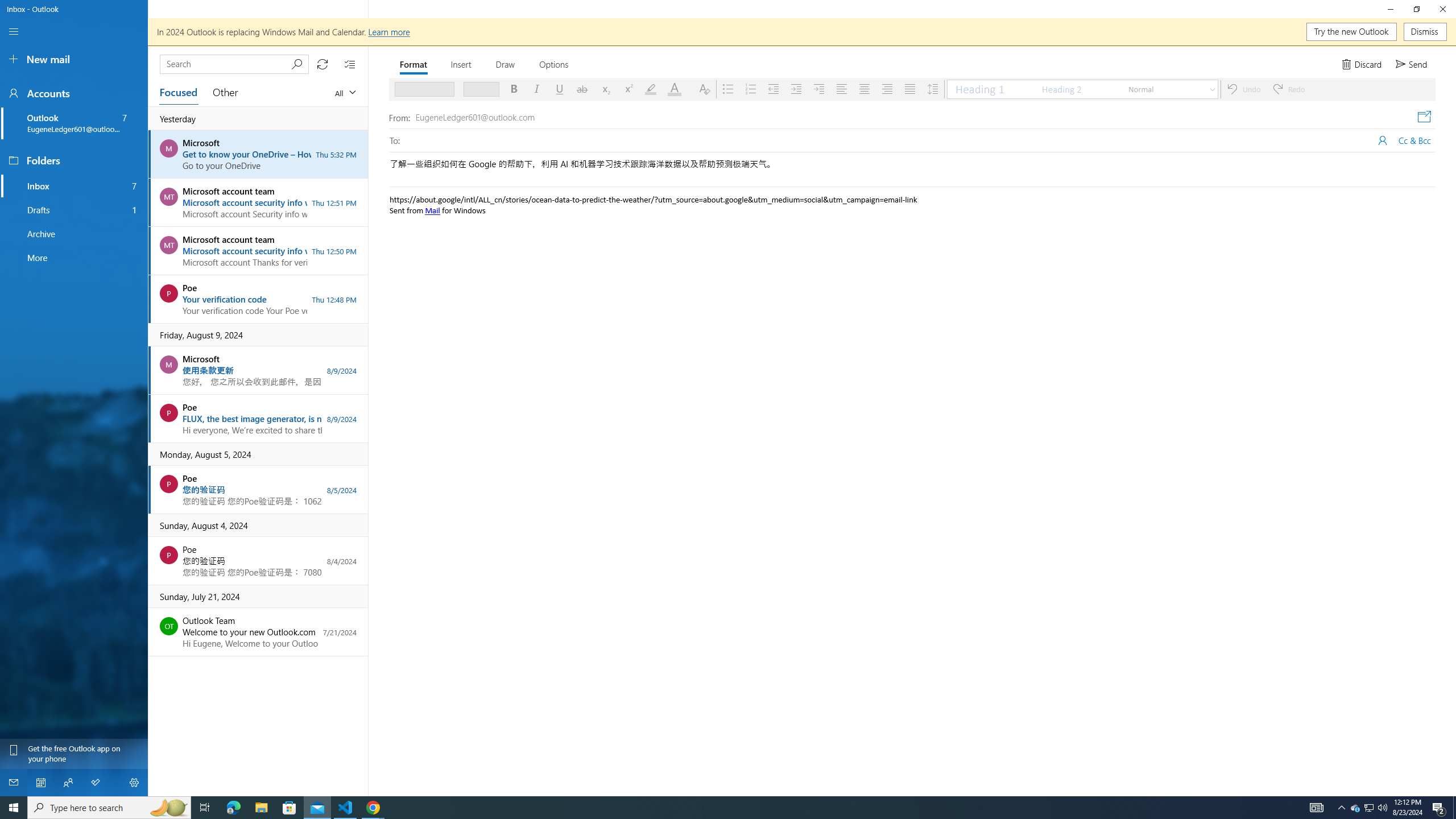 Image resolution: width=1456 pixels, height=819 pixels. Describe the element at coordinates (1412, 64) in the screenshot. I see `'Send'` at that location.